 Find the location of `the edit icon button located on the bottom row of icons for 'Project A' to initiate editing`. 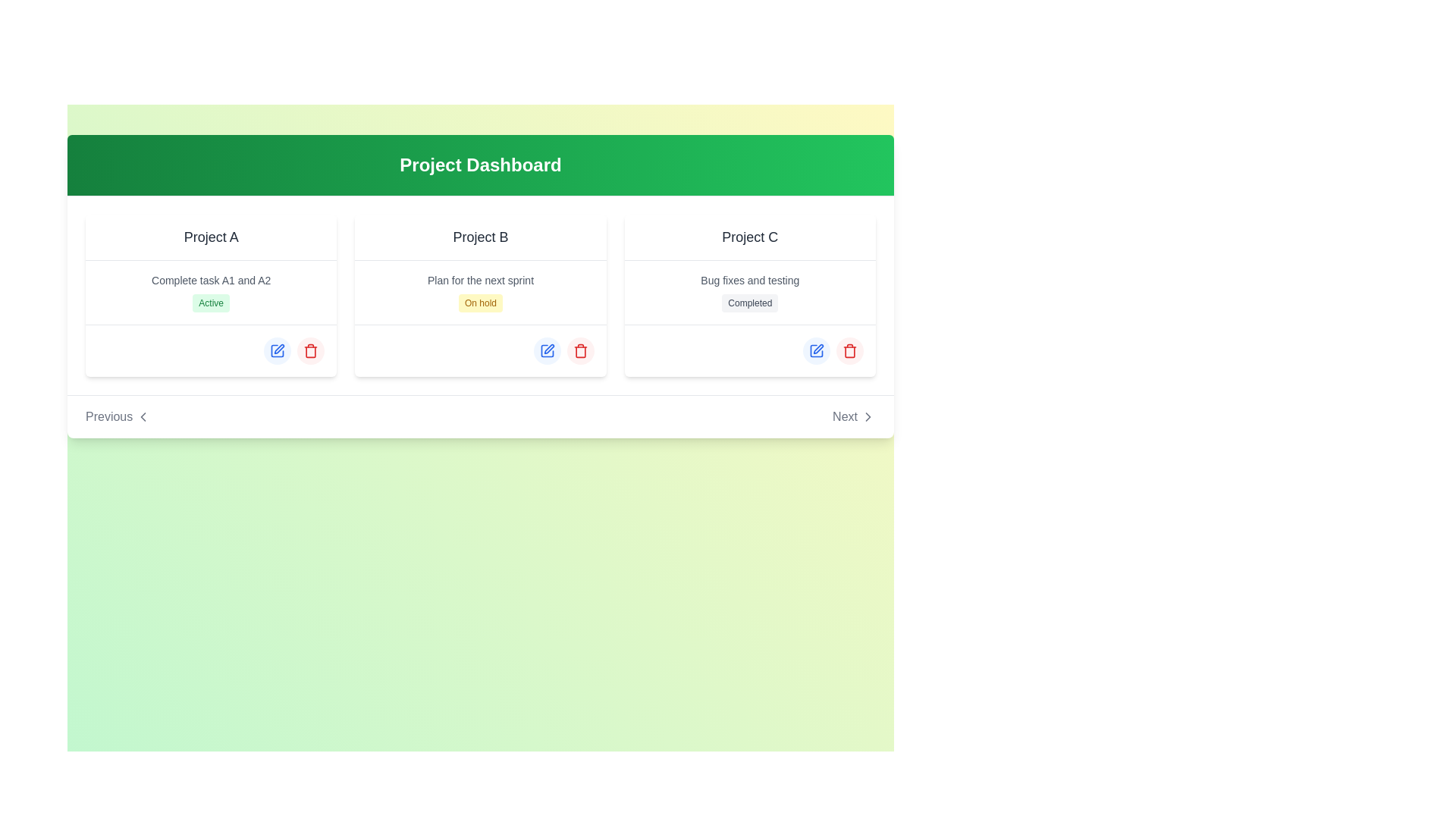

the edit icon button located on the bottom row of icons for 'Project A' to initiate editing is located at coordinates (277, 350).